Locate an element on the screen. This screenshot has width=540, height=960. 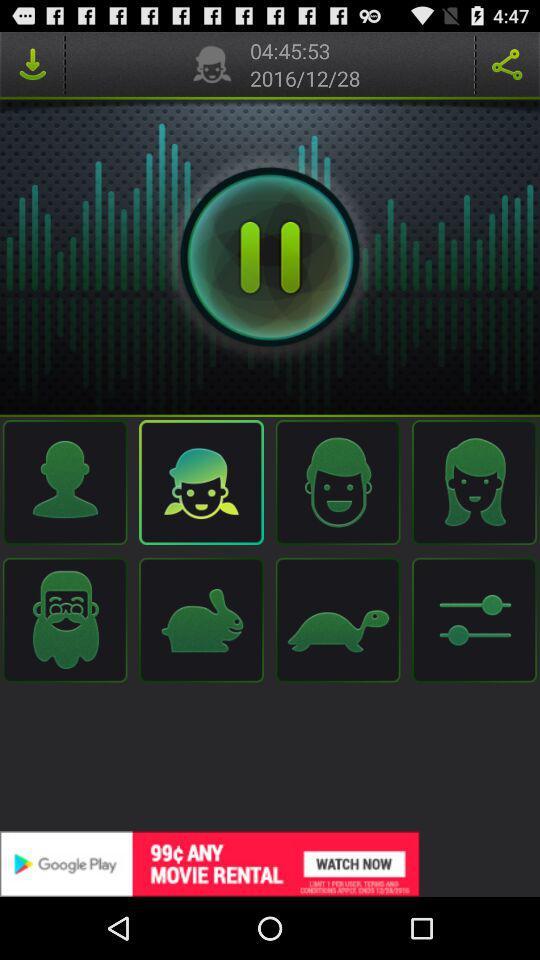
pause is located at coordinates (270, 256).